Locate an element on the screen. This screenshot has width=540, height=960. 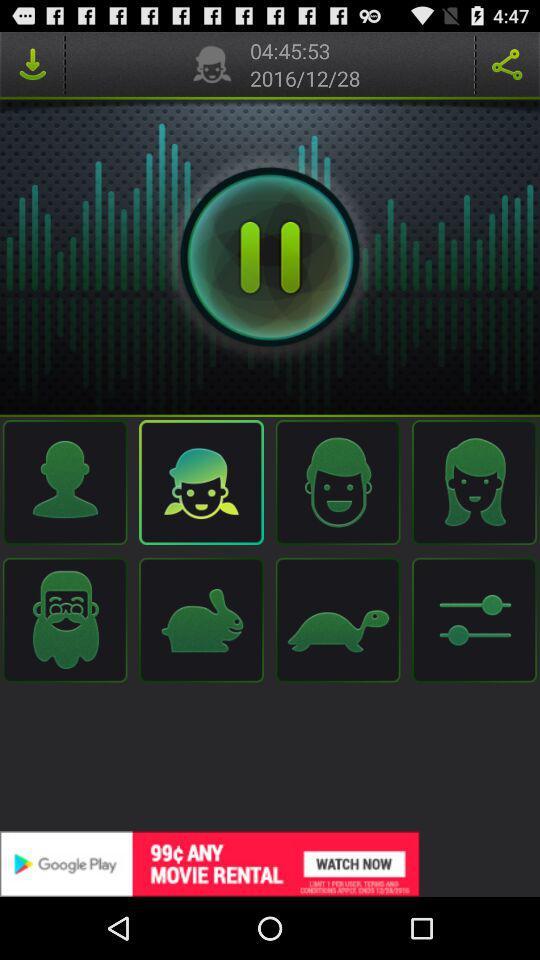
pause is located at coordinates (270, 256).